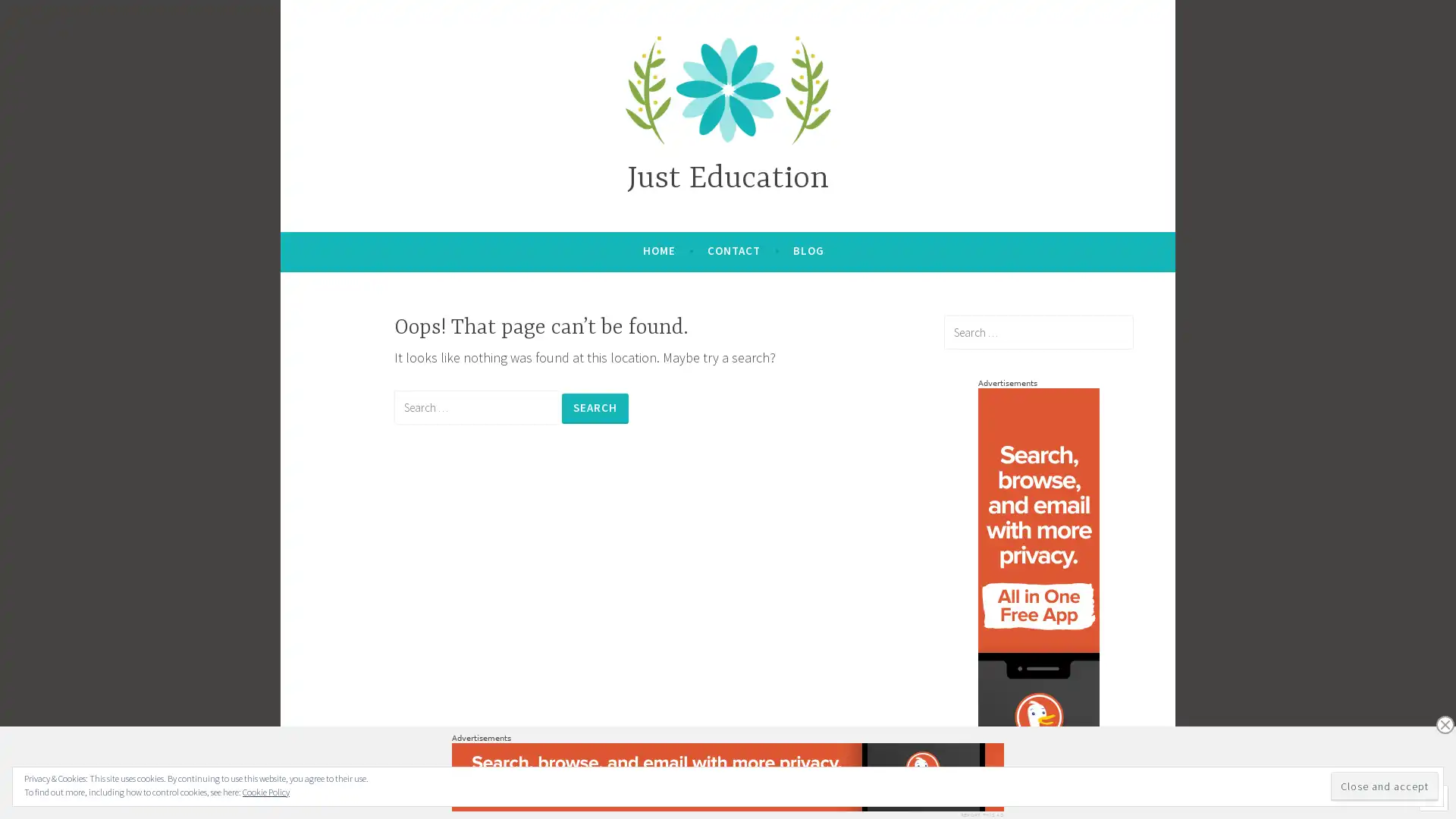  What do you see at coordinates (1384, 786) in the screenshot?
I see `Close and accept` at bounding box center [1384, 786].